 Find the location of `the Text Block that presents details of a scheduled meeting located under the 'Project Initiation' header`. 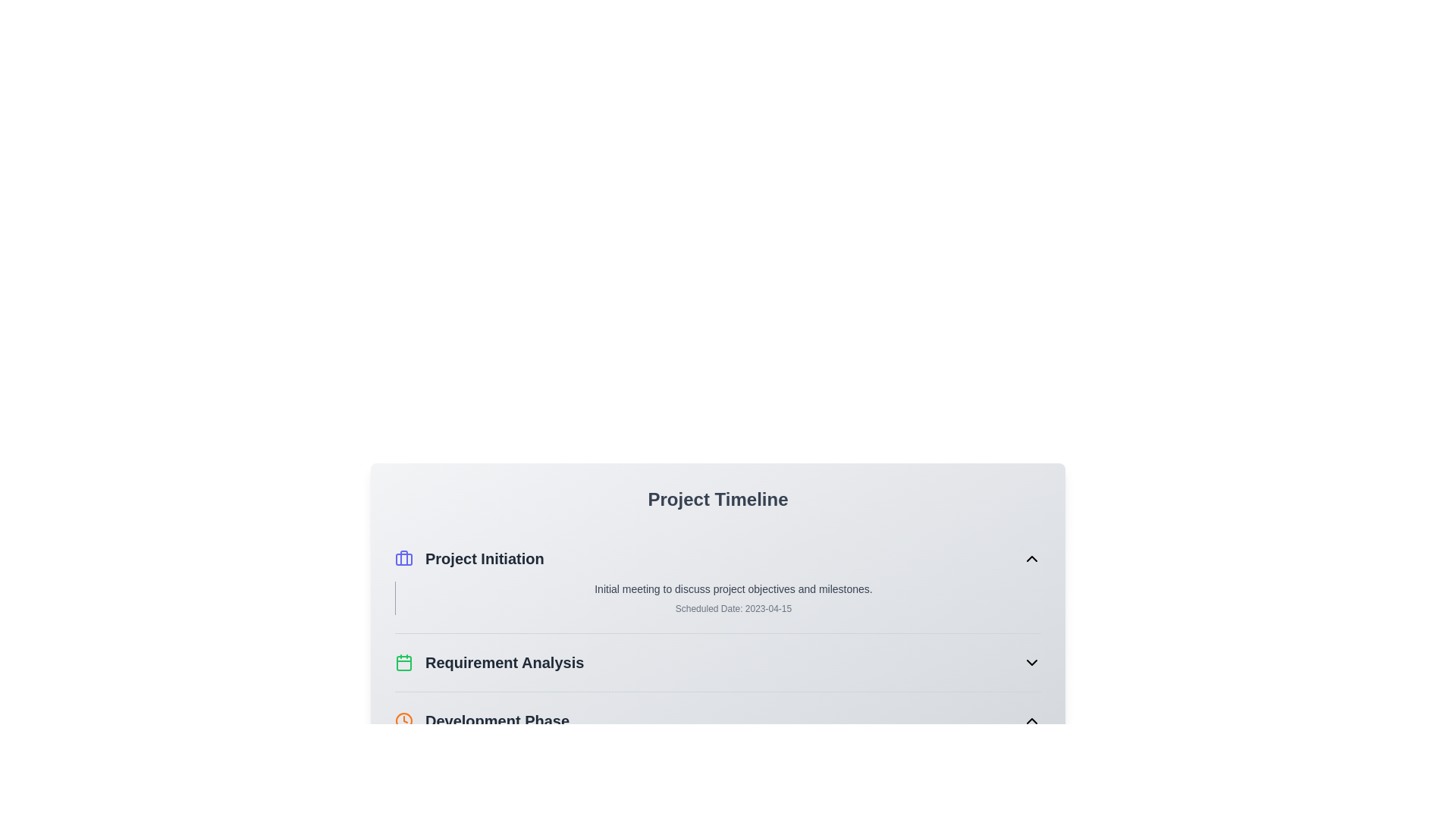

the Text Block that presents details of a scheduled meeting located under the 'Project Initiation' header is located at coordinates (717, 598).